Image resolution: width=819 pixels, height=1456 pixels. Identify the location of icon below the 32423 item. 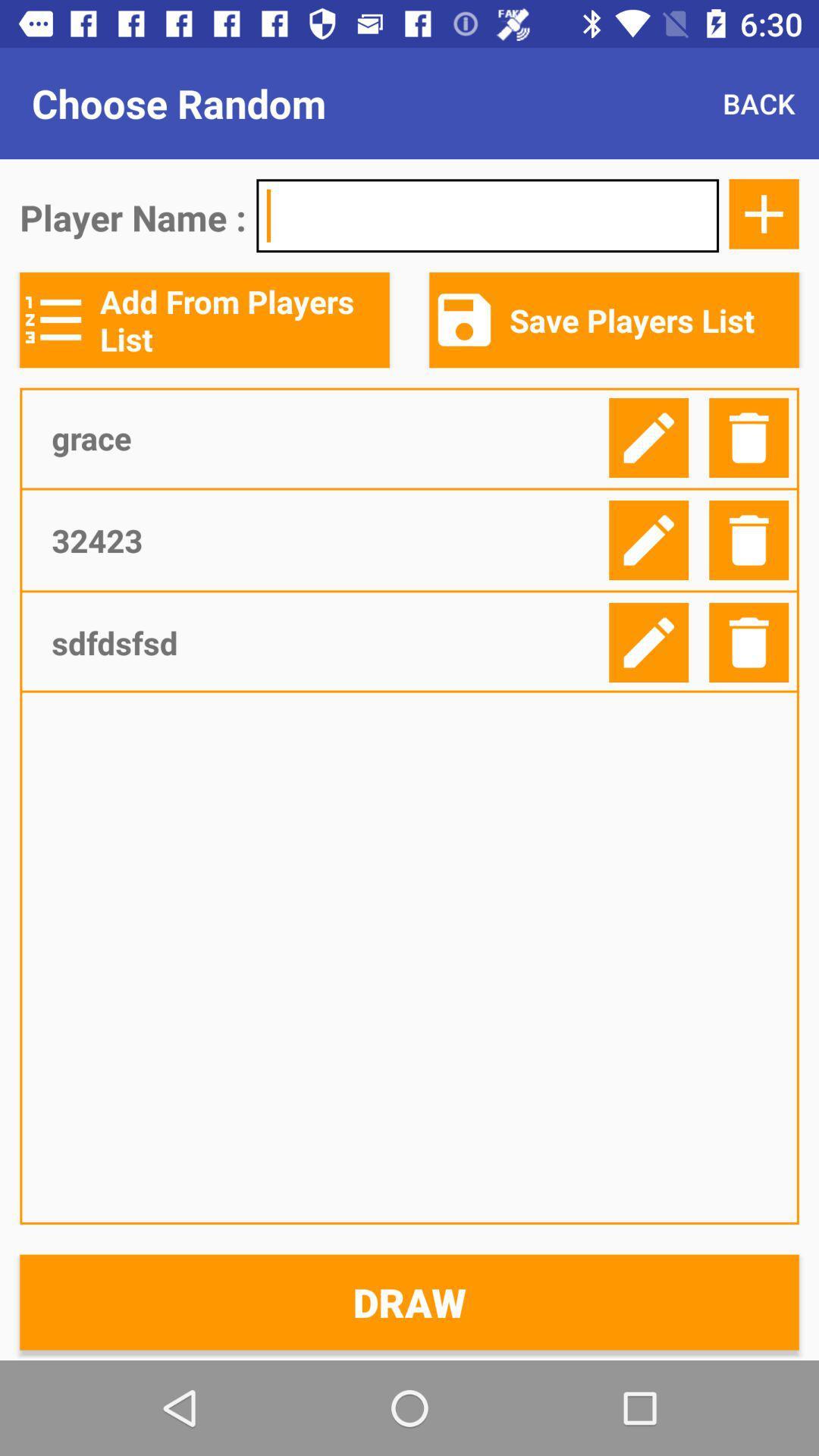
(324, 642).